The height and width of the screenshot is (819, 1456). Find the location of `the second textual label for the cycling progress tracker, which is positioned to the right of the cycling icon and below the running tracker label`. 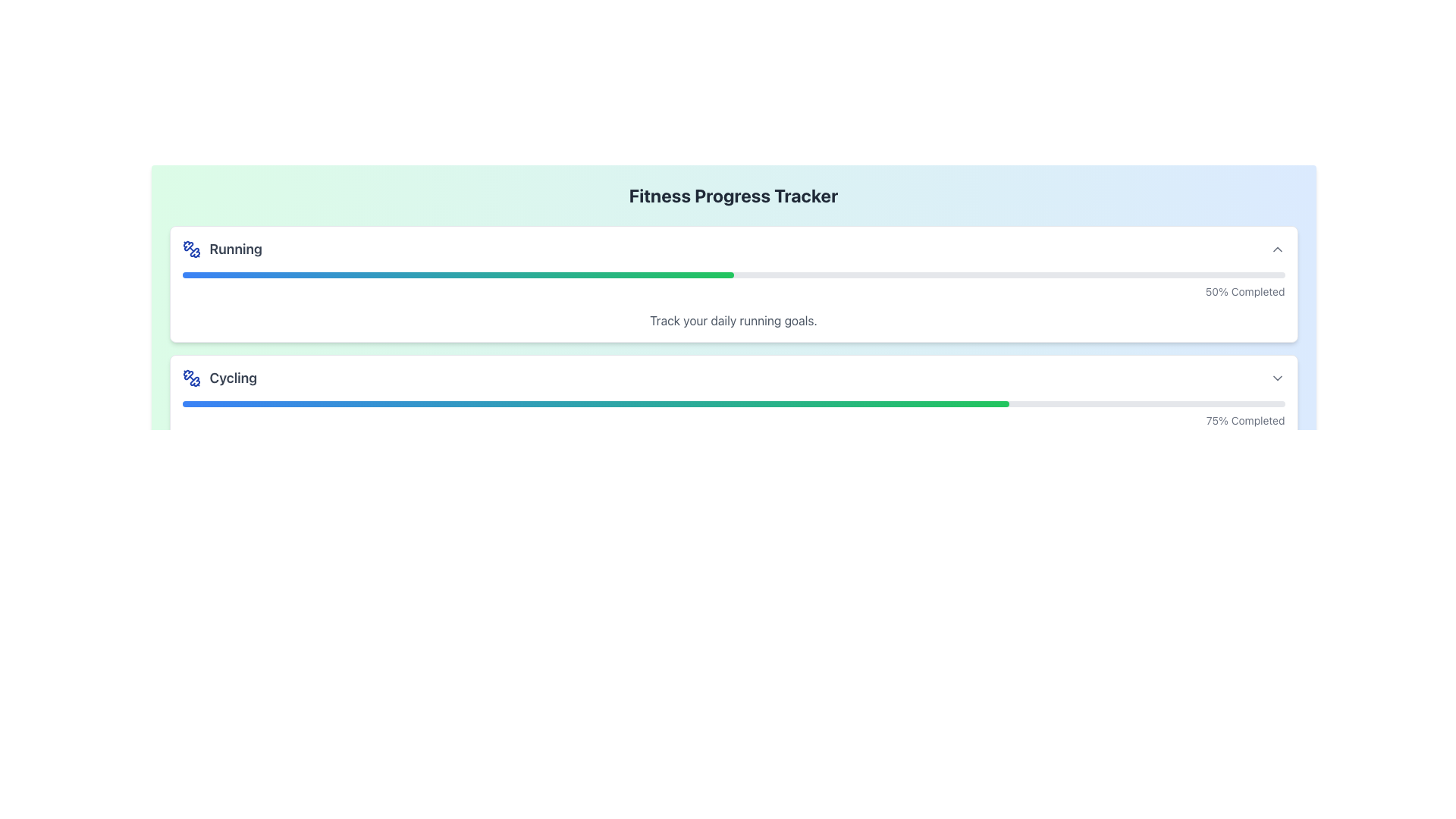

the second textual label for the cycling progress tracker, which is positioned to the right of the cycling icon and below the running tracker label is located at coordinates (232, 377).